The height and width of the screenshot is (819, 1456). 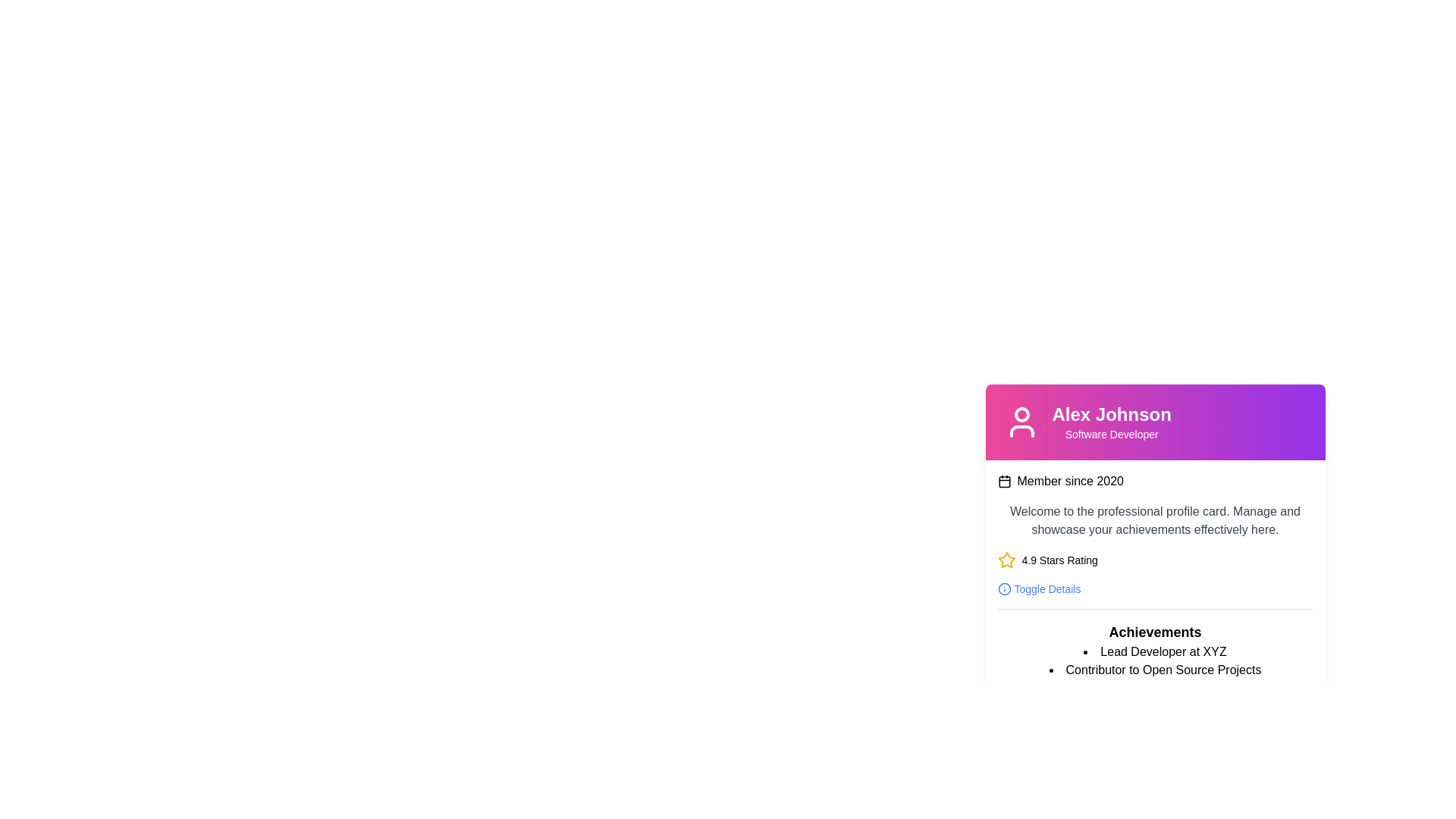 What do you see at coordinates (1154, 422) in the screenshot?
I see `the Text Display element that shows the name 'Alex Johnson' in bold and the role 'Software Developer' below it, located near the top of the card header with a pink to purple gradient background` at bounding box center [1154, 422].